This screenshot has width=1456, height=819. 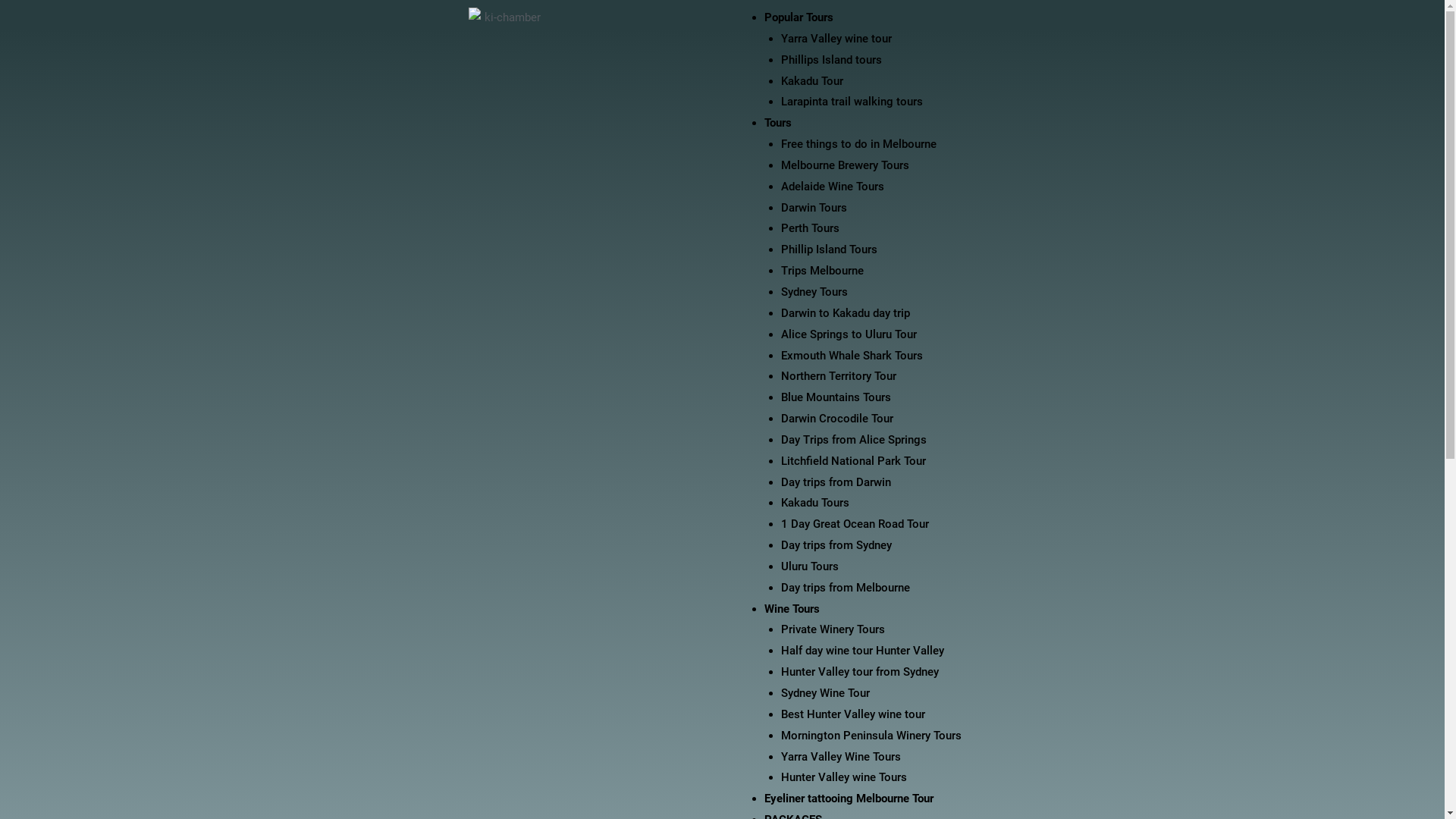 What do you see at coordinates (778, 122) in the screenshot?
I see `'Tours'` at bounding box center [778, 122].